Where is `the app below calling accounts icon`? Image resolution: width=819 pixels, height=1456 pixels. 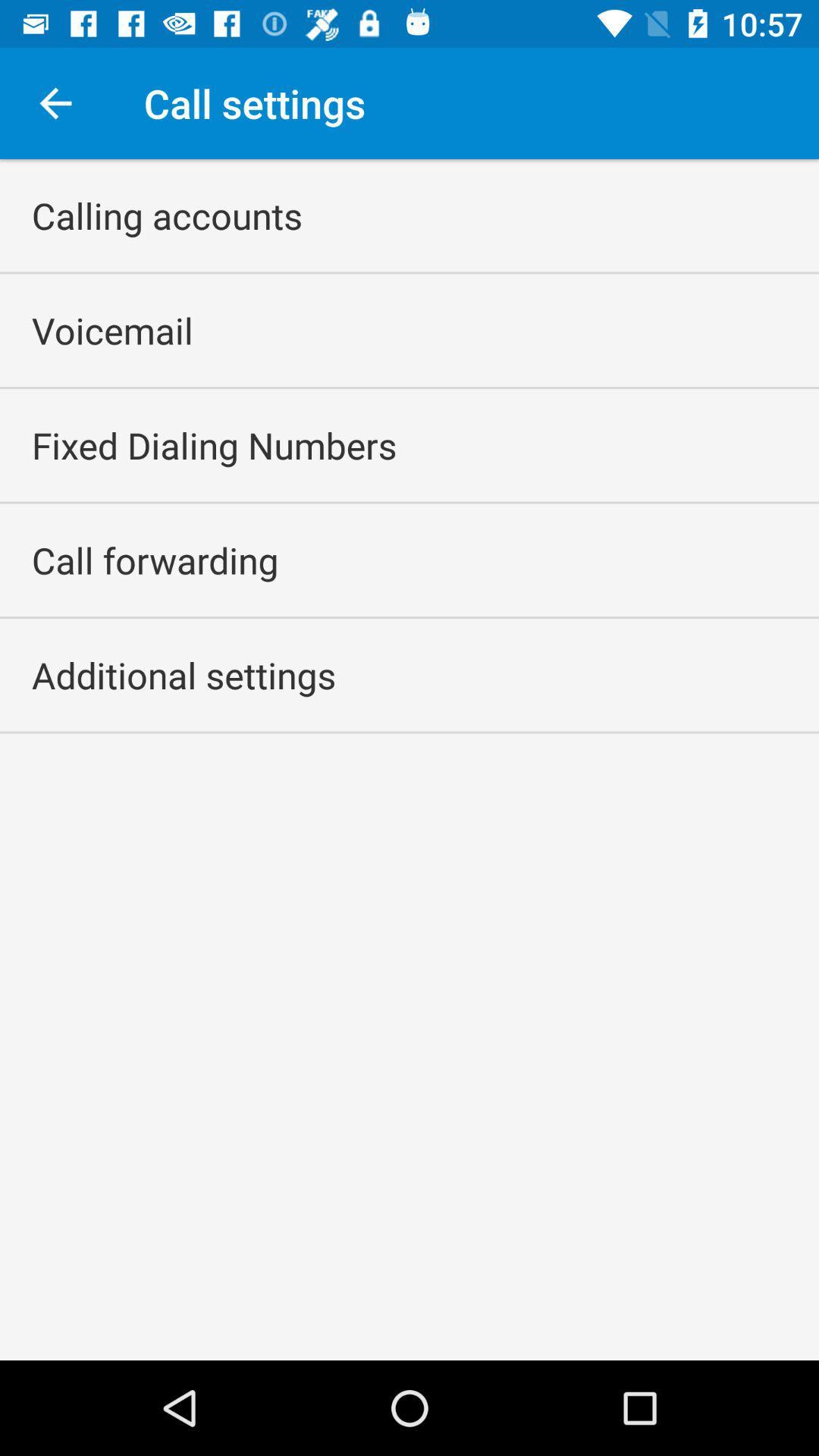 the app below calling accounts icon is located at coordinates (111, 329).